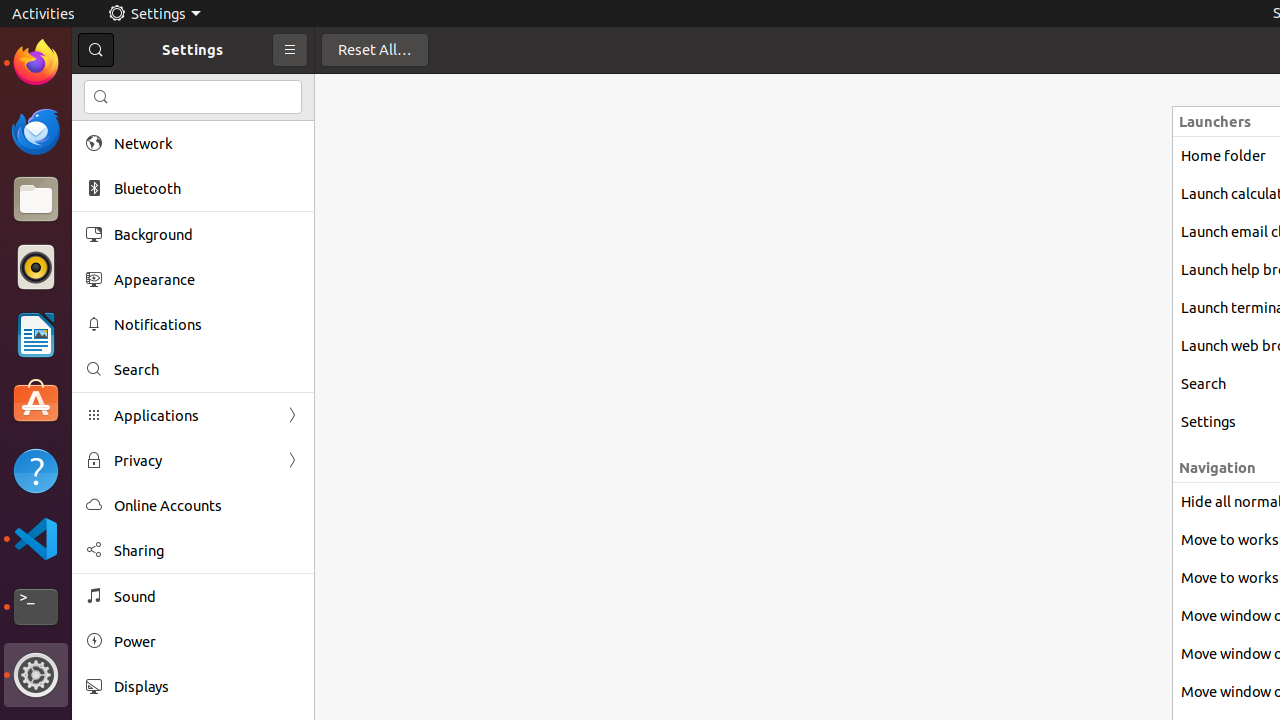 The width and height of the screenshot is (1280, 720). Describe the element at coordinates (43, 13) in the screenshot. I see `'Activities'` at that location.